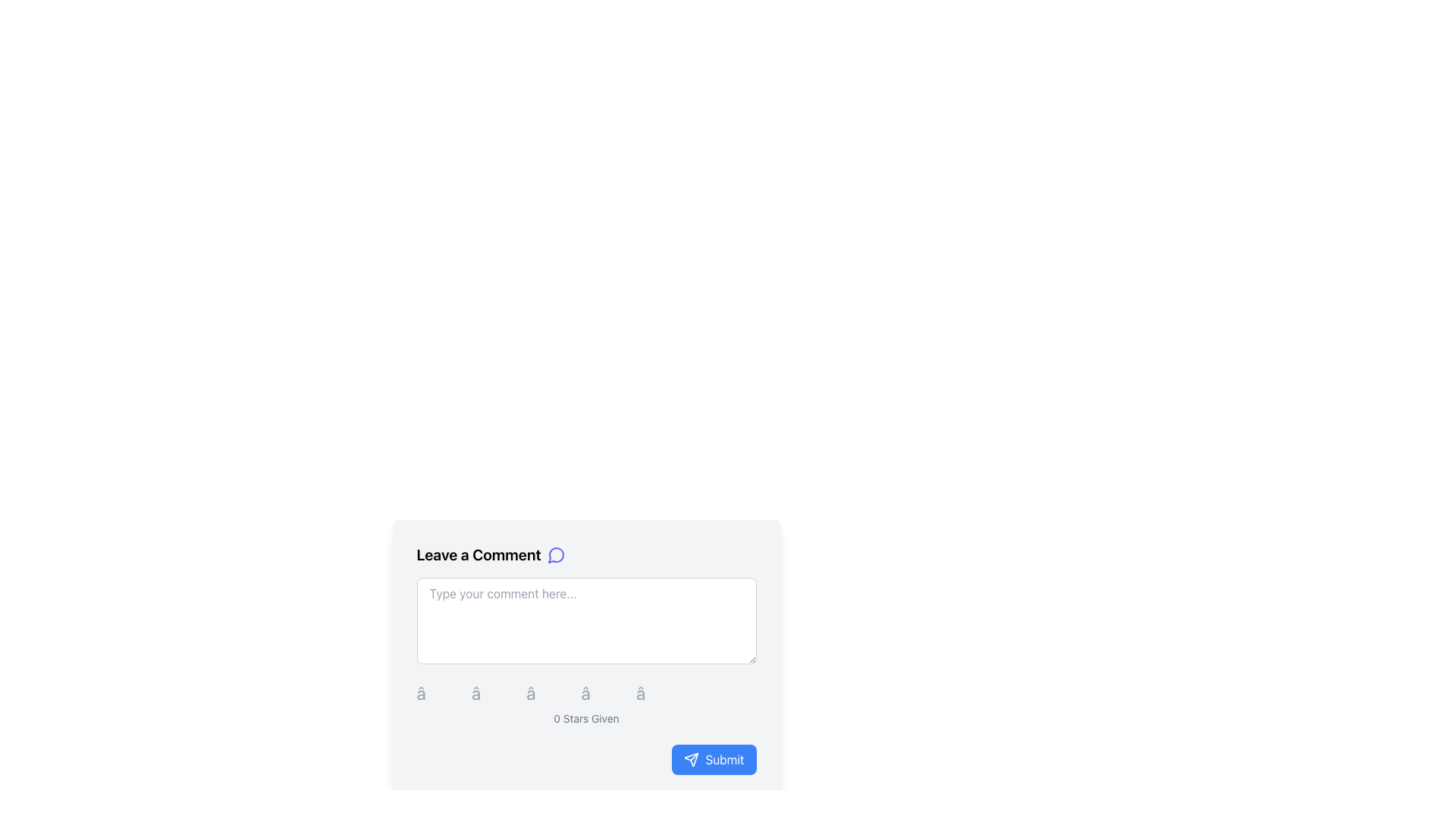 The width and height of the screenshot is (1456, 819). I want to click on the Submit button located at the bottom-right of the user interface that contains the submission icon, so click(691, 760).